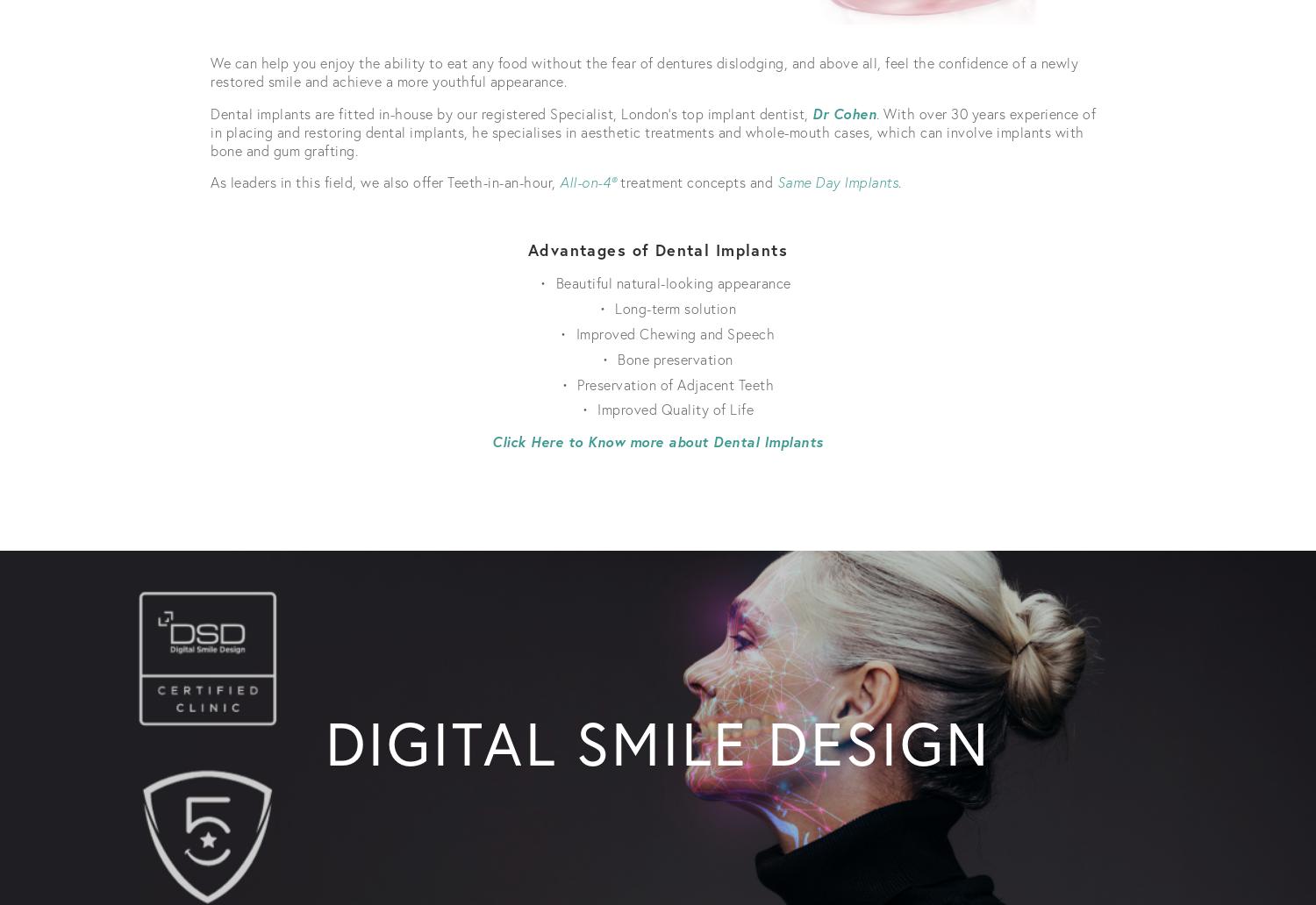  I want to click on 'We can help you enjoy the ability to eat any food without the fear of dentures dislodging, and above all, feel the confidence of a newly restored smile and achieve a more youthful appearance.', so click(645, 72).